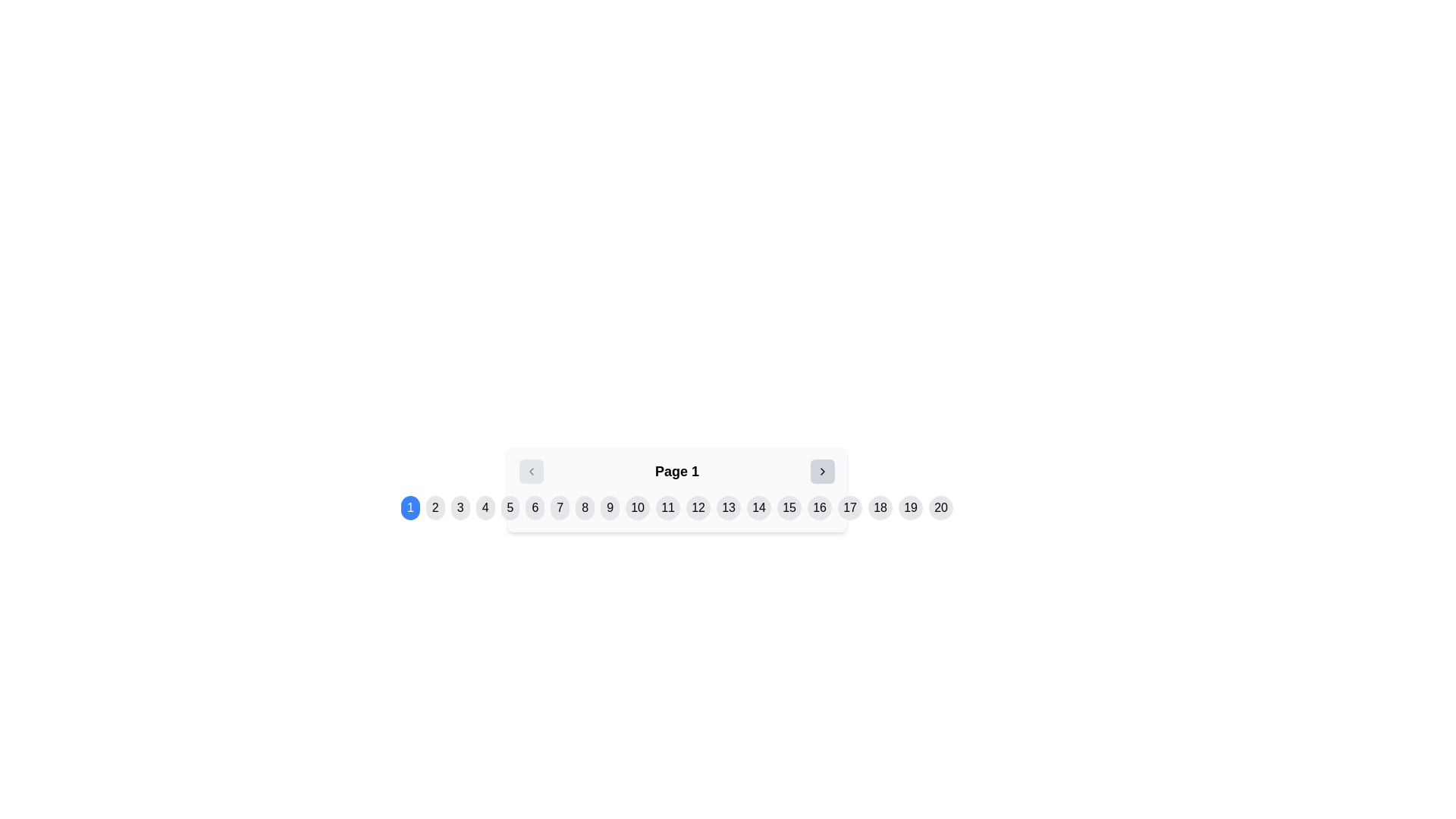 Image resolution: width=1456 pixels, height=819 pixels. Describe the element at coordinates (410, 508) in the screenshot. I see `the first button in the pagination bar` at that location.